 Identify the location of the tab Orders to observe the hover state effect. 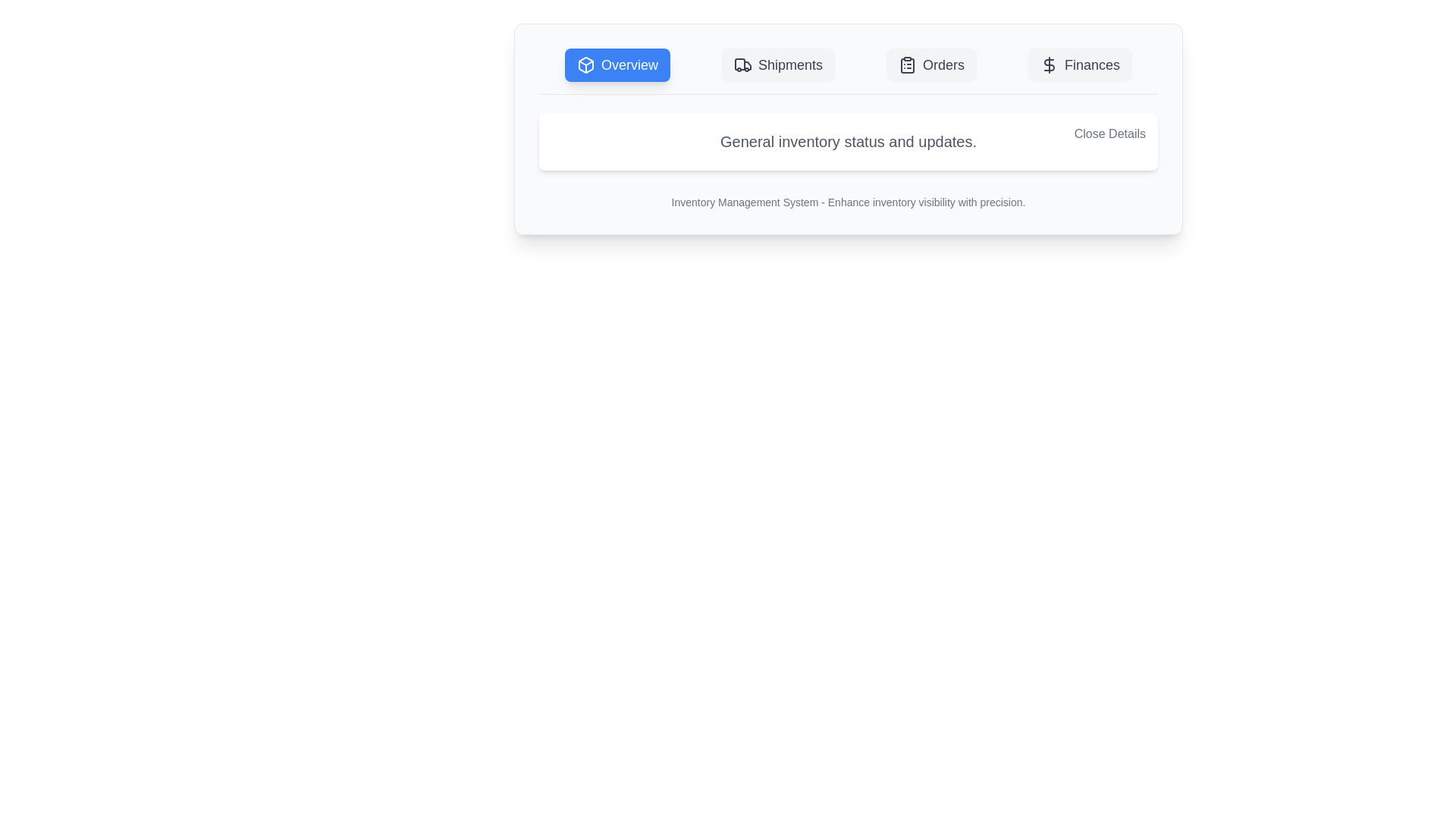
(930, 64).